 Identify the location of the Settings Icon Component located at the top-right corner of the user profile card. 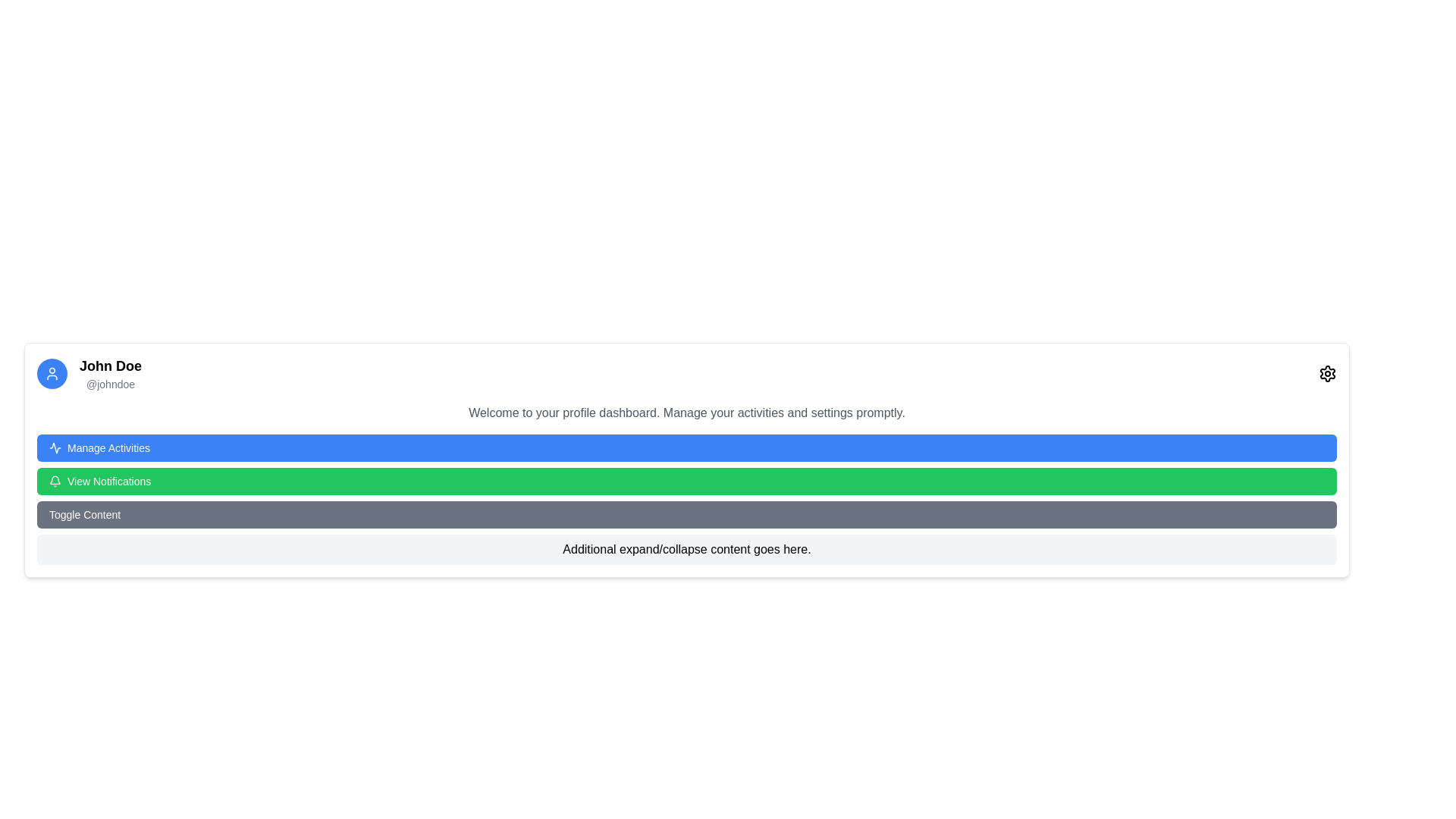
(1327, 374).